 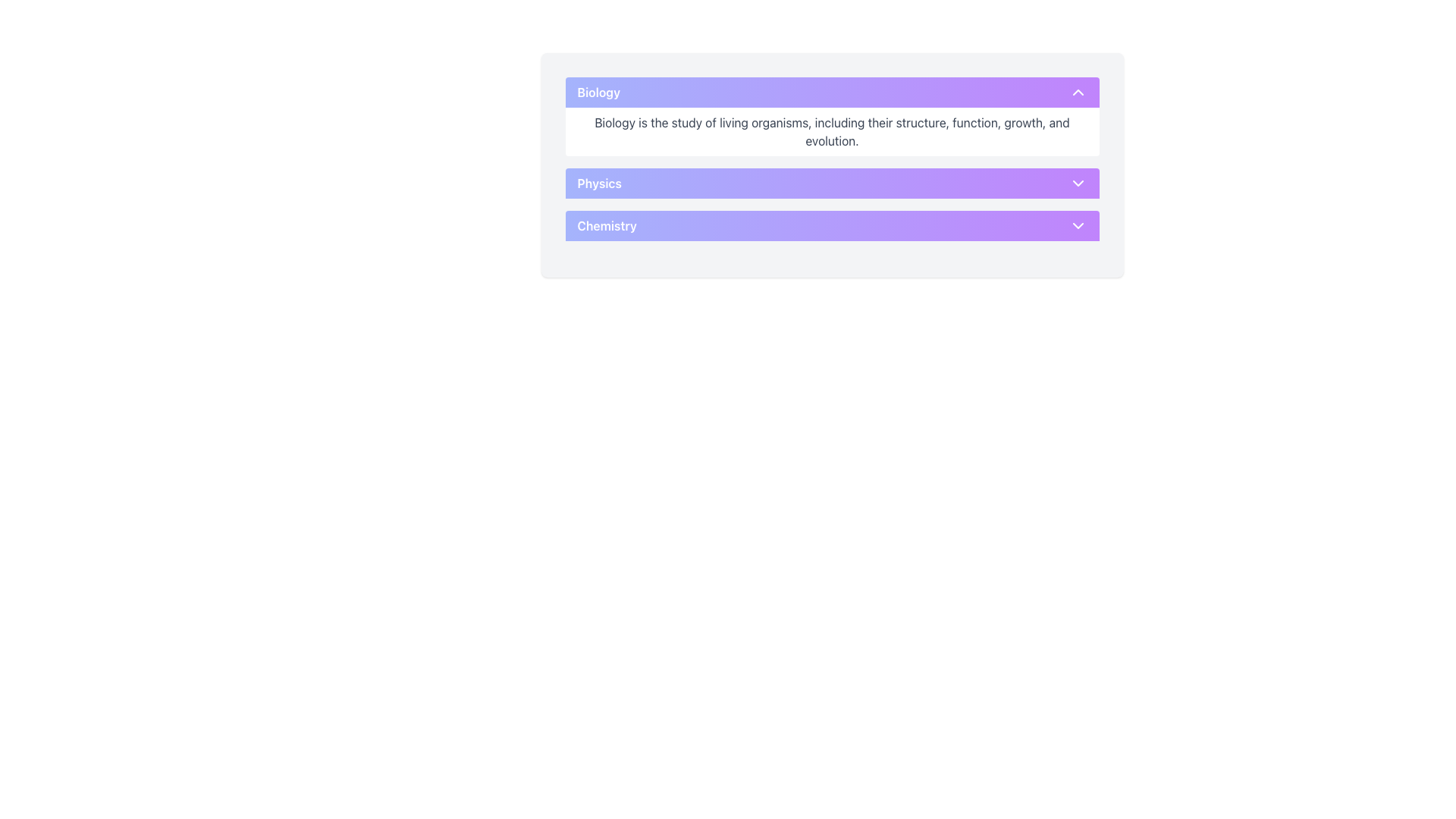 What do you see at coordinates (1077, 225) in the screenshot?
I see `the toggle icon for the 'Chemistry' section` at bounding box center [1077, 225].